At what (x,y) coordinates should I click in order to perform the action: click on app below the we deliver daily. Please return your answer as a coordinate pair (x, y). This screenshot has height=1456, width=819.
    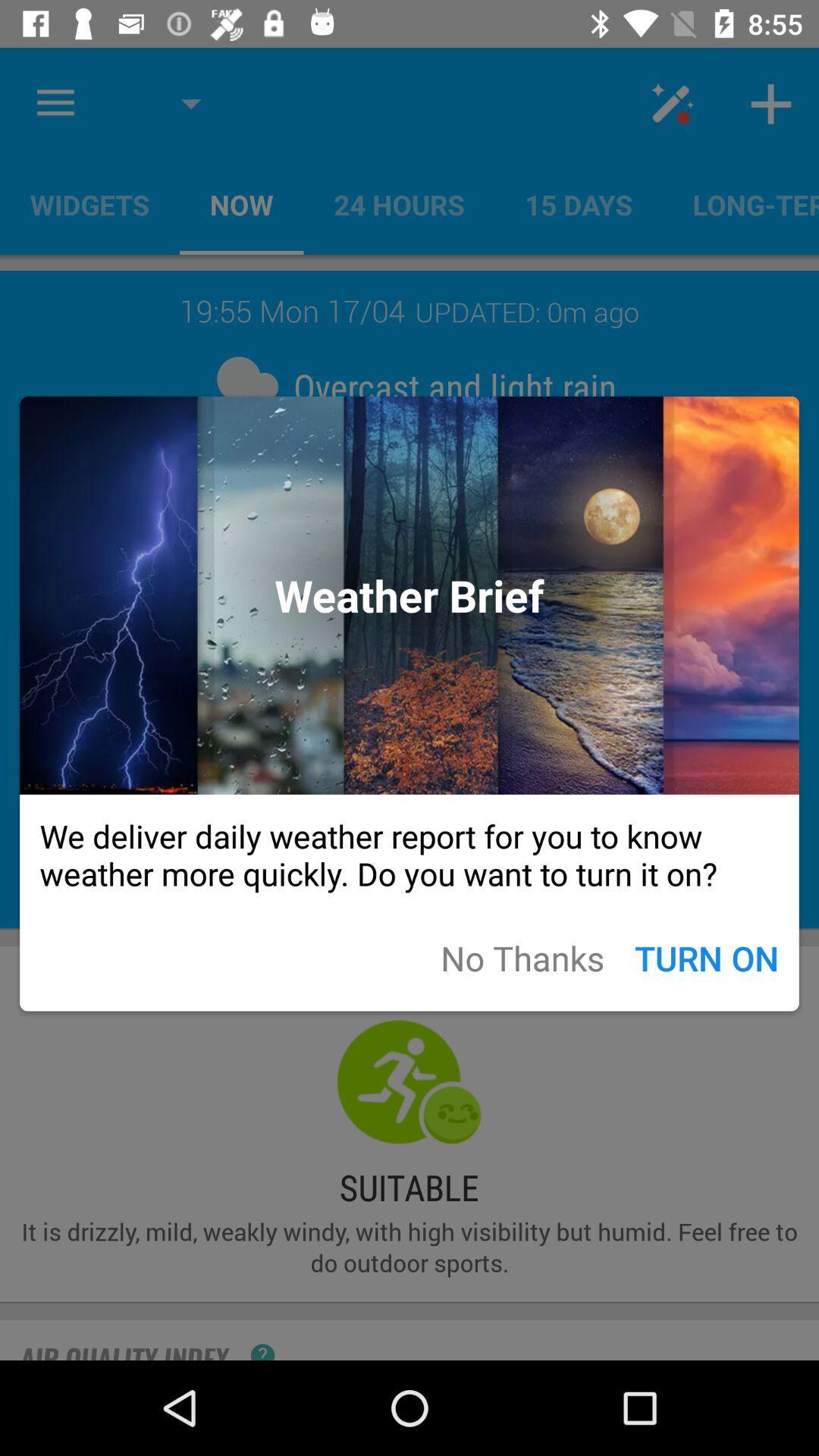
    Looking at the image, I should click on (522, 957).